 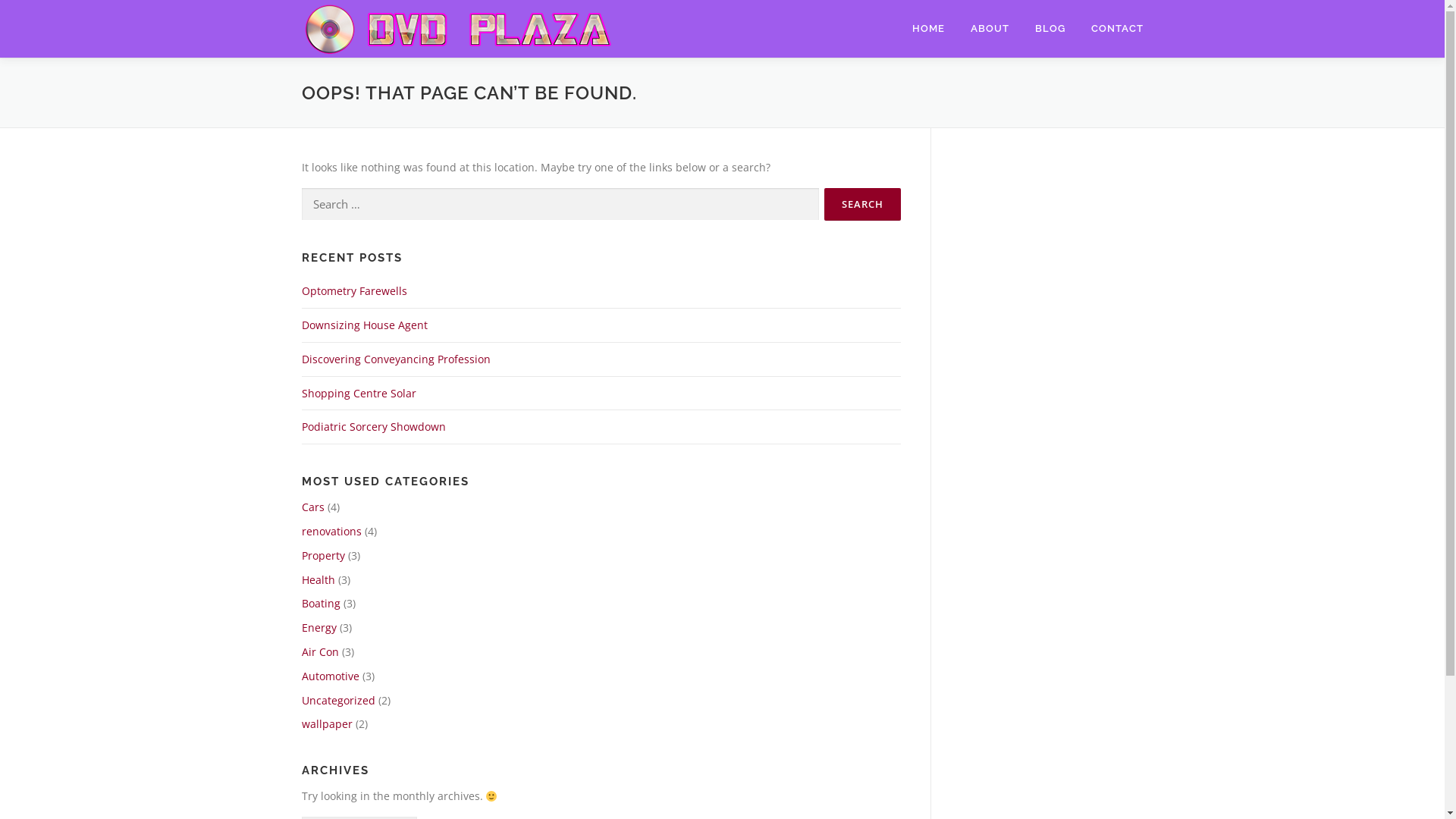 I want to click on 'Optometry Farewells', so click(x=353, y=290).